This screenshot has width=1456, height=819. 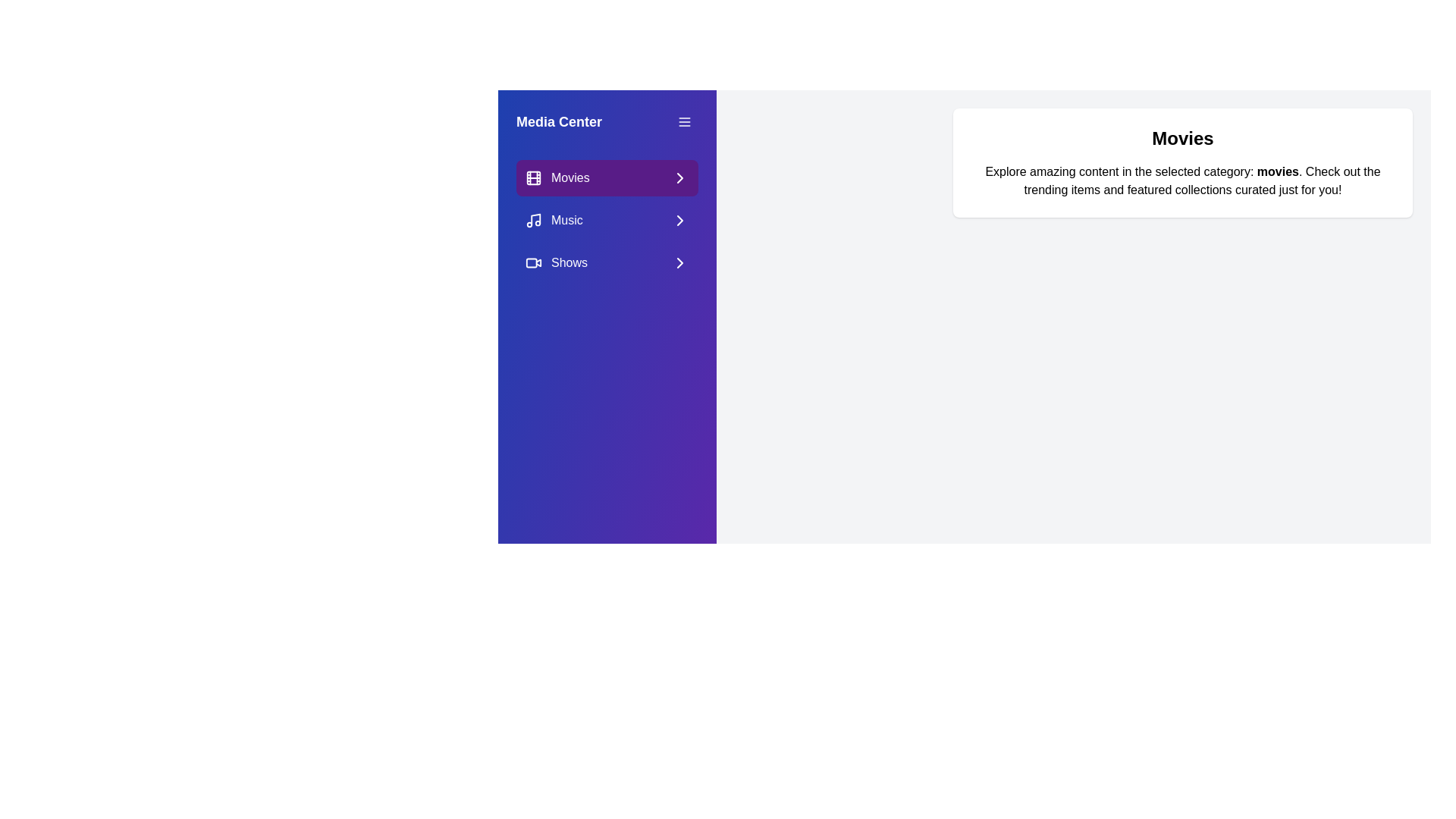 I want to click on the 'Shows' text label in the navigation menu, which is styled in white on a dark purple background and is the third item in the vertical navigation menu, so click(x=569, y=262).